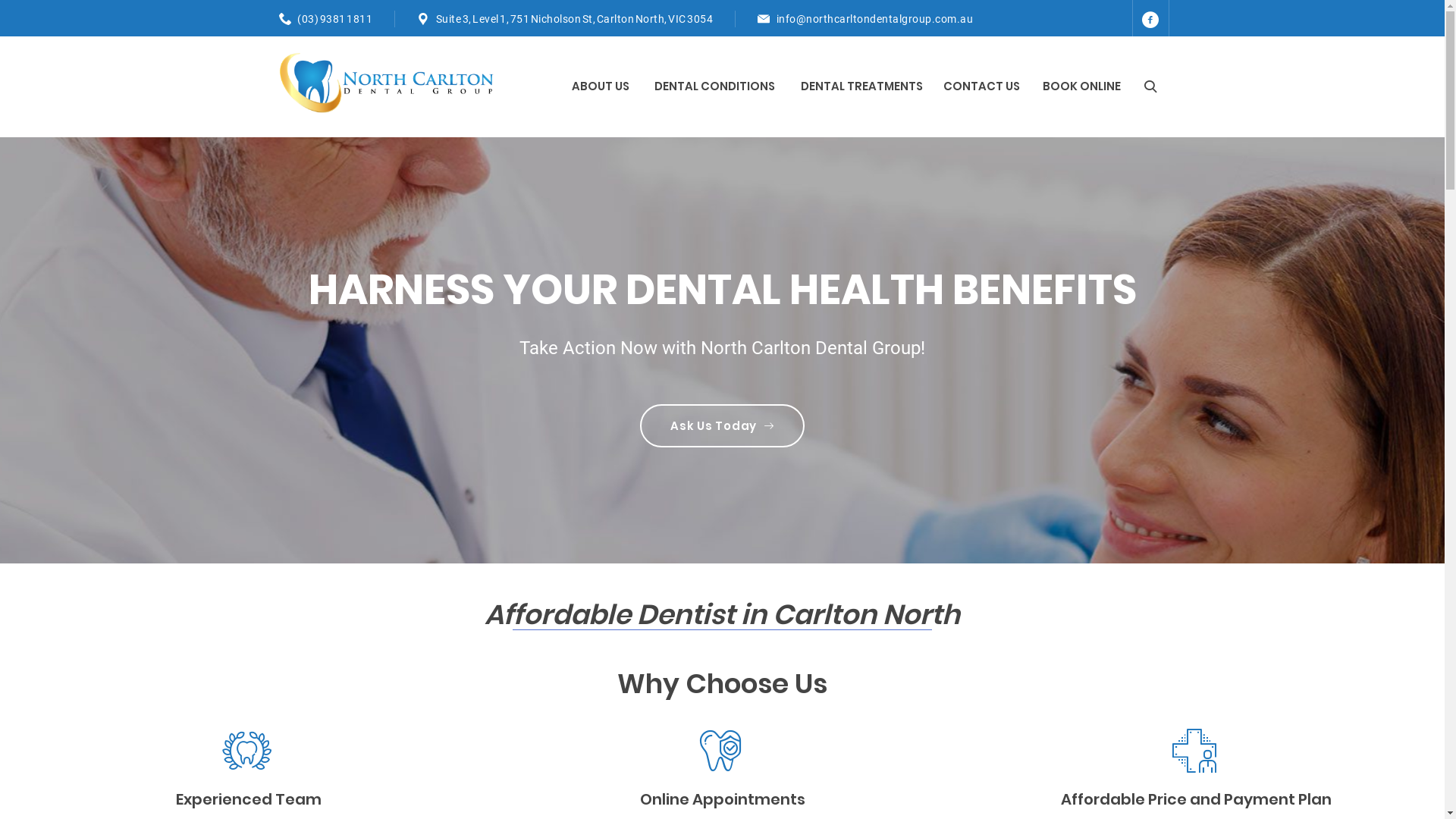 The width and height of the screenshot is (1456, 819). Describe the element at coordinates (863, 86) in the screenshot. I see `'DENTAL TREATMENTS'` at that location.